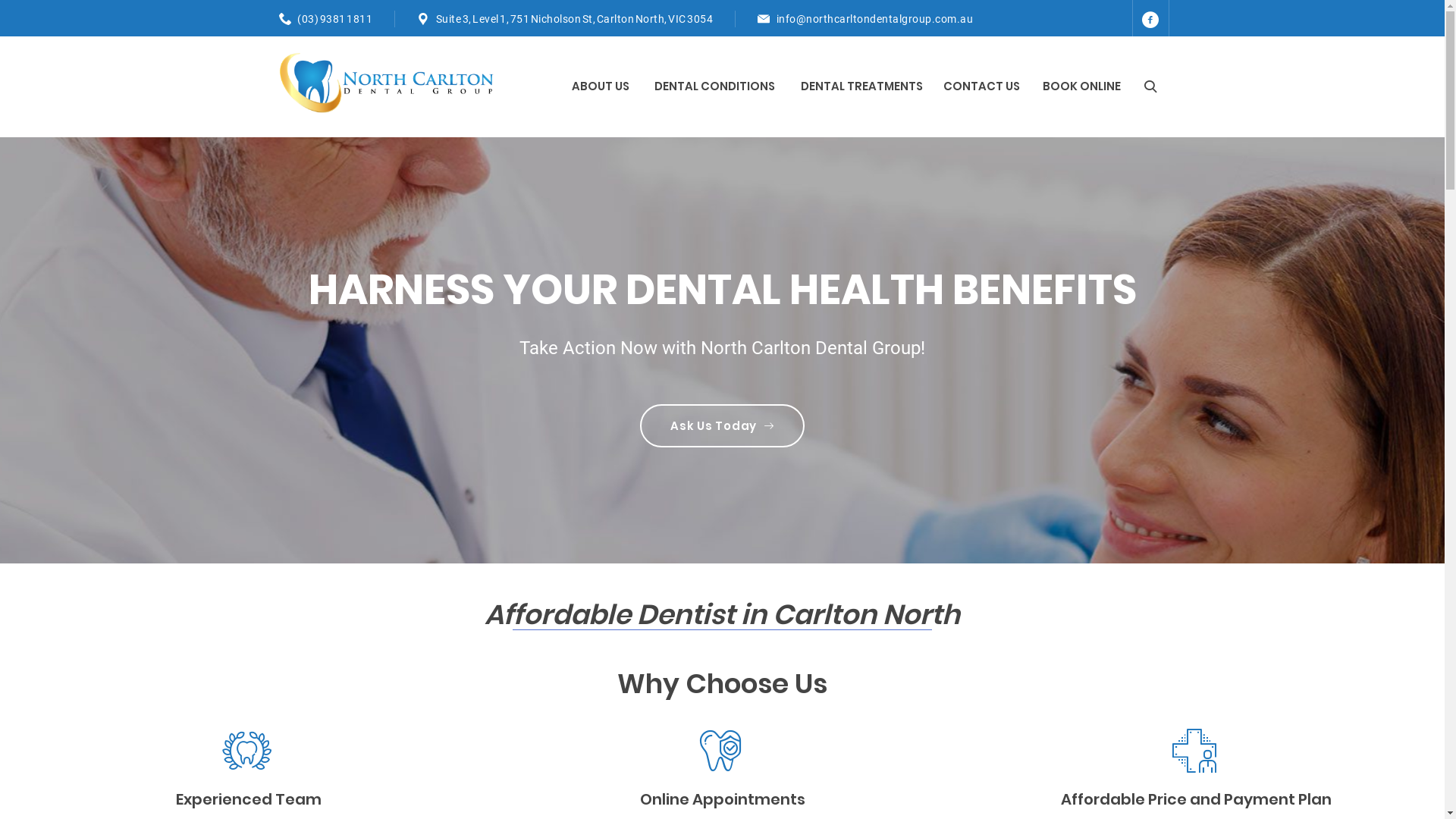 The width and height of the screenshot is (1456, 819). Describe the element at coordinates (863, 86) in the screenshot. I see `'DENTAL TREATMENTS'` at that location.